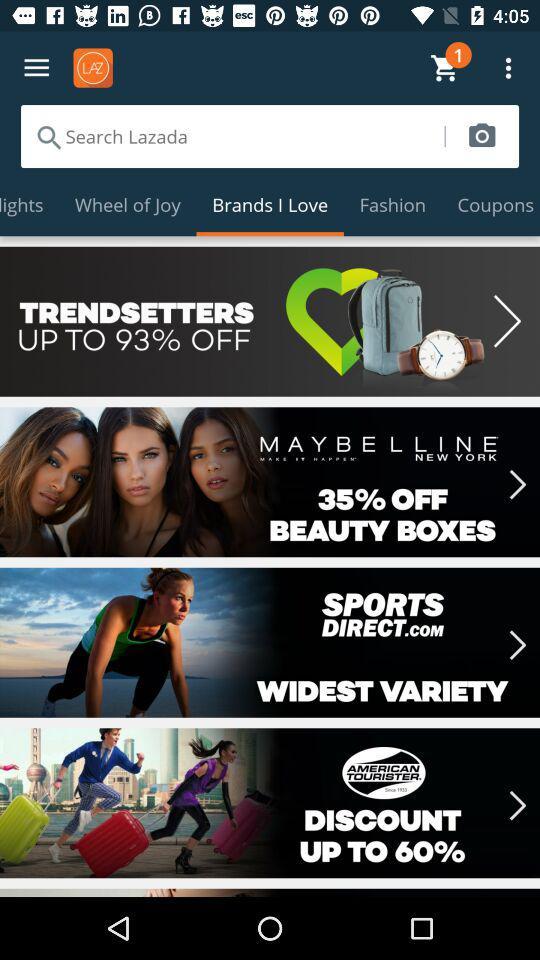  What do you see at coordinates (270, 321) in the screenshot?
I see `advertisement` at bounding box center [270, 321].